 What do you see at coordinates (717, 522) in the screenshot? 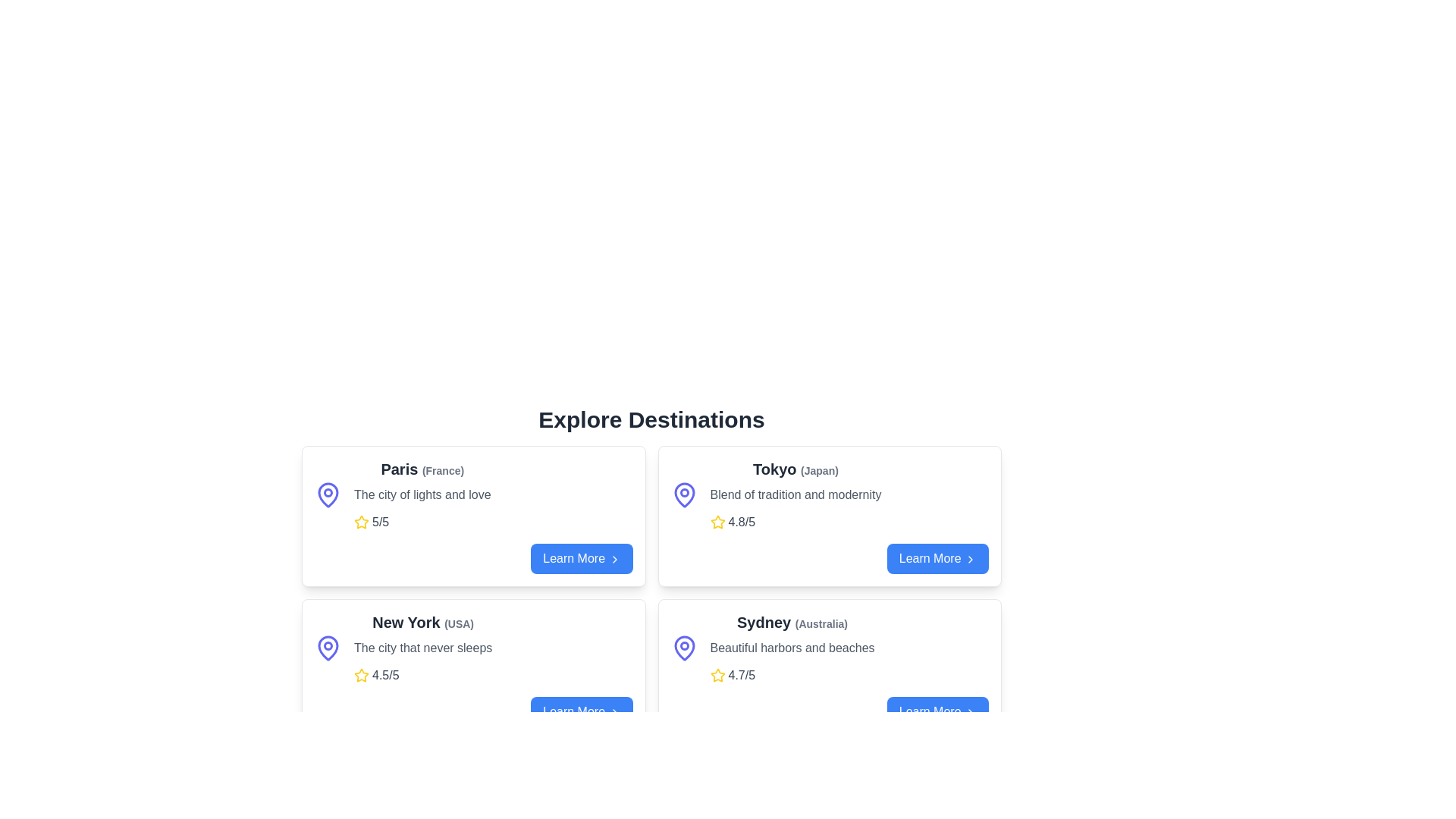
I see `the yellow star icon representing a rating for 'Tokyo (Japan)', located left of the text '4.8/5'` at bounding box center [717, 522].